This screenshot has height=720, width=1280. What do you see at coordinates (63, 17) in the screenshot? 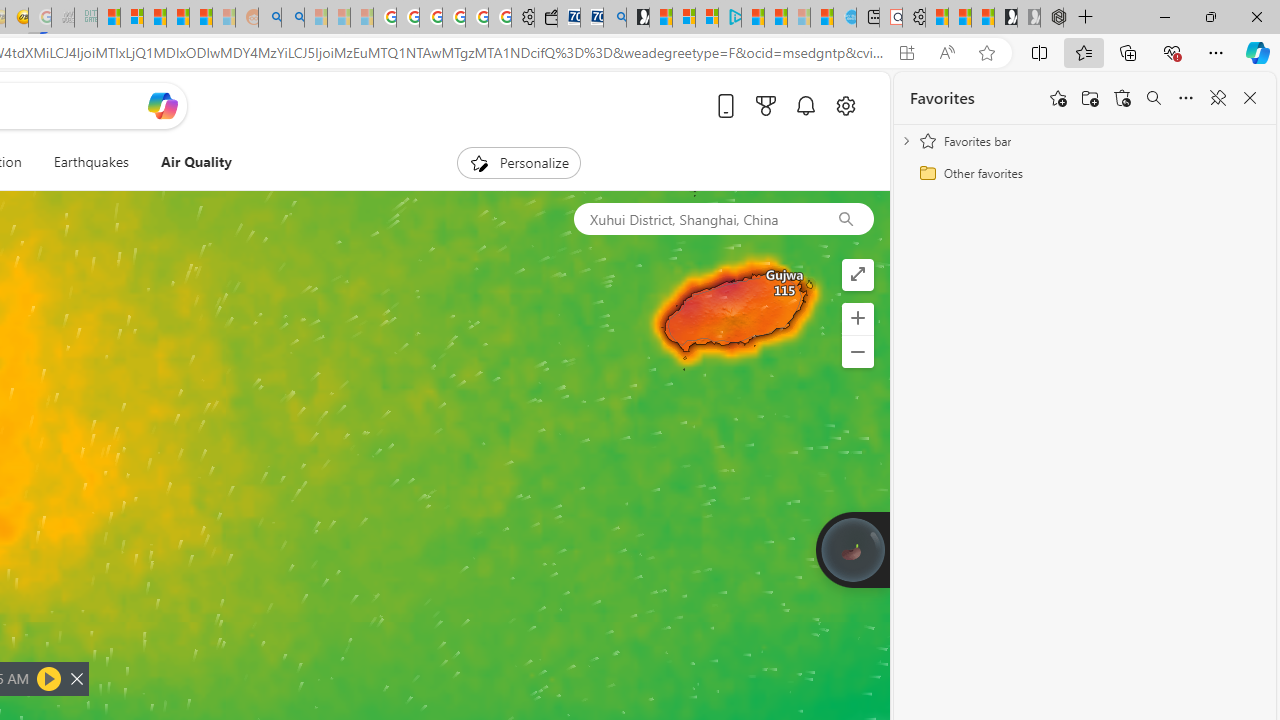
I see `'Navy Quest'` at bounding box center [63, 17].